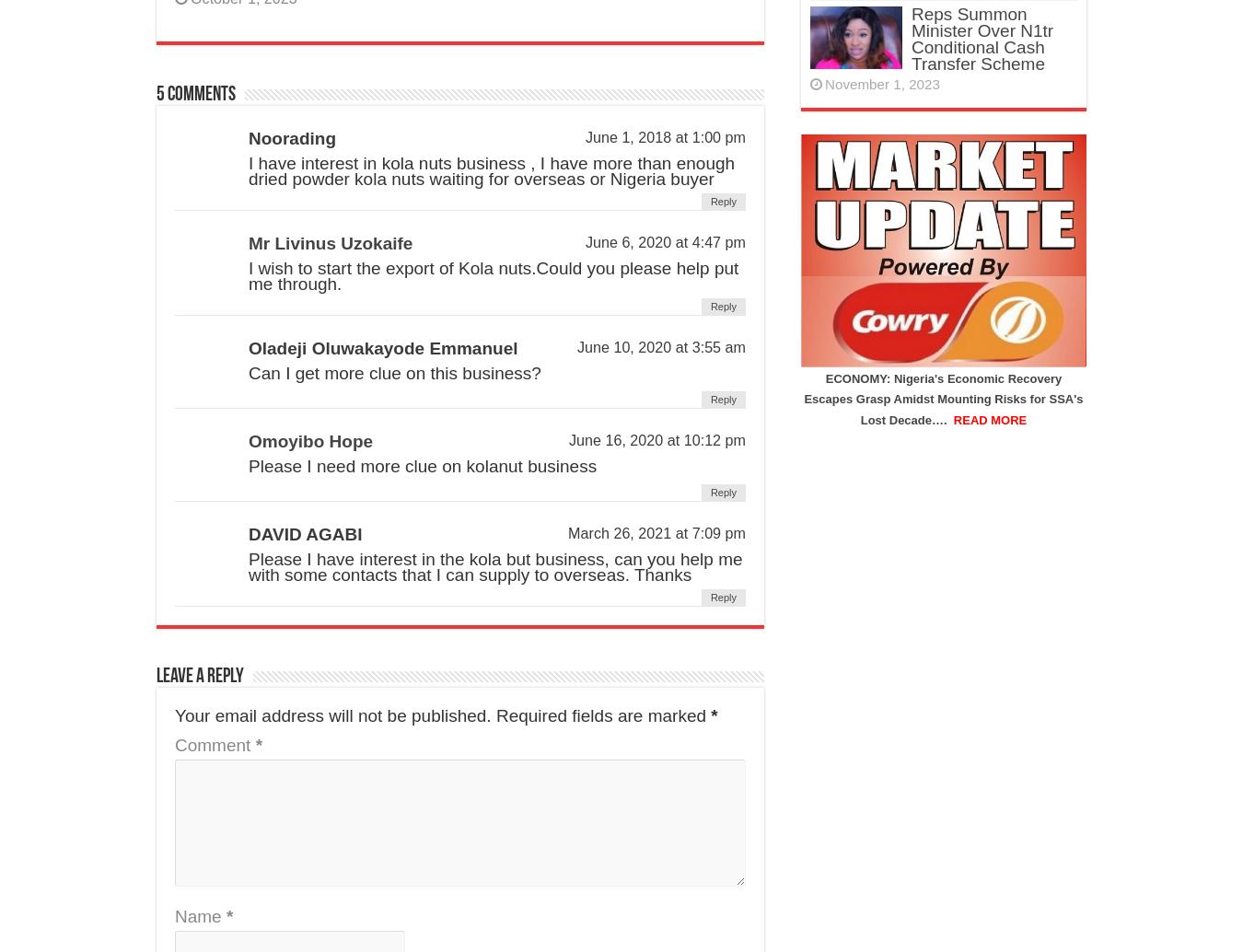 The image size is (1243, 952). I want to click on 'ECONOMY: Nigeria's Economic Recovery Escapes Grasp Amidst Mounting Risks for SSA's Lost Decade….', so click(804, 398).